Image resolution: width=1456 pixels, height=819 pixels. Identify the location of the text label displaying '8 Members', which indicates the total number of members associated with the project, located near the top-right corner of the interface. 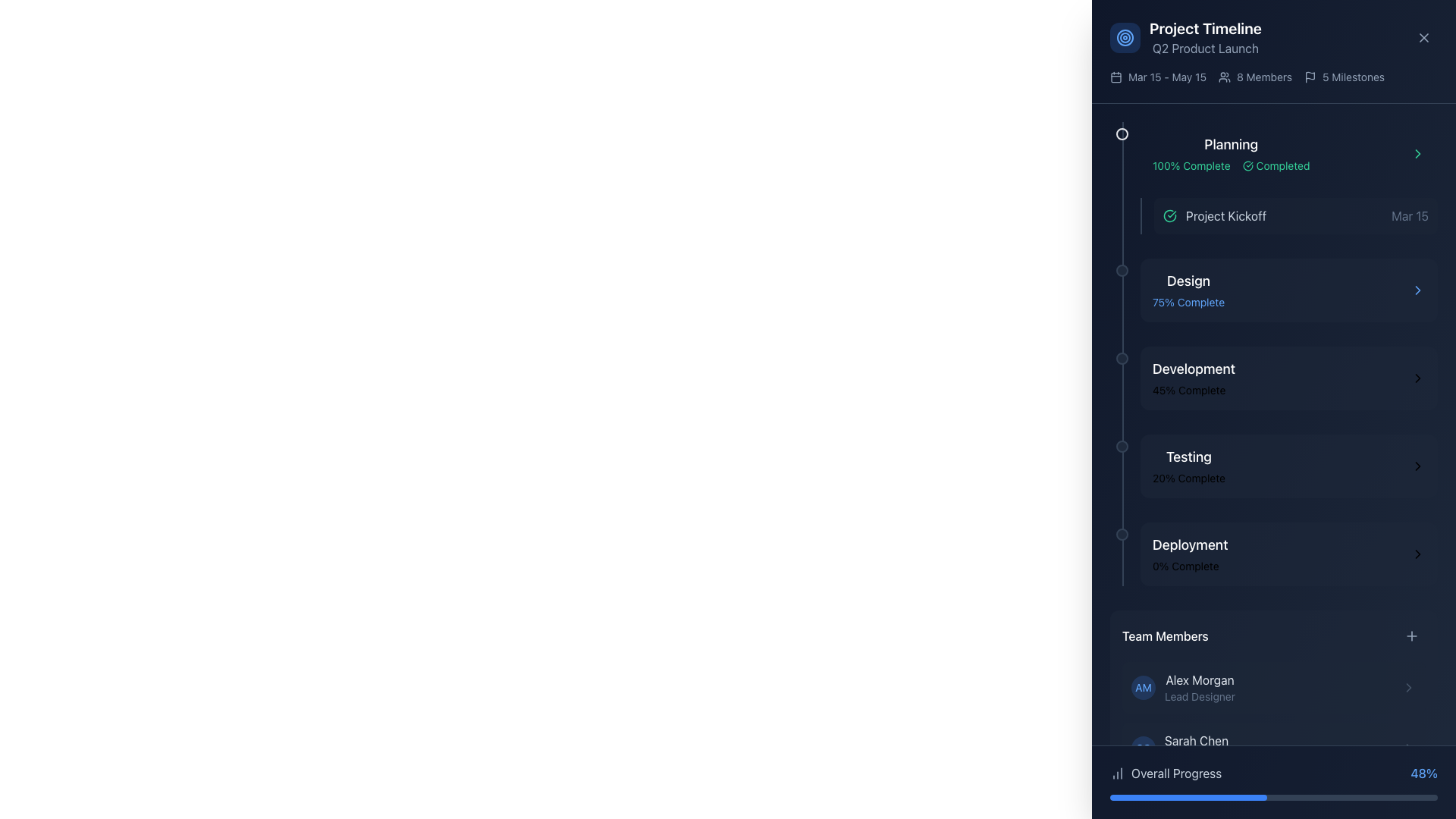
(1264, 77).